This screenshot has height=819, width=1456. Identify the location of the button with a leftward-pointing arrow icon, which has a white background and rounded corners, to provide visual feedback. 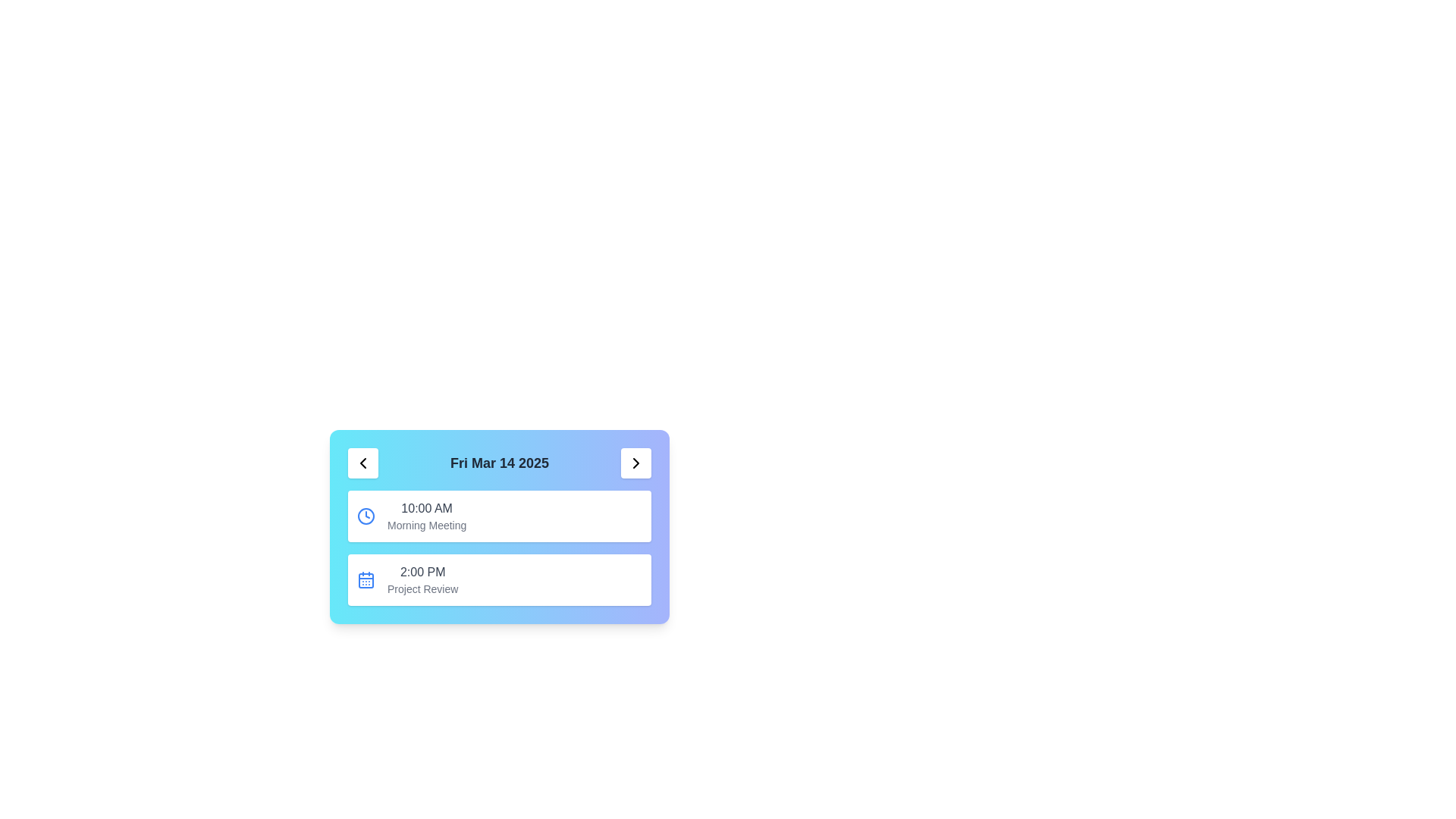
(362, 462).